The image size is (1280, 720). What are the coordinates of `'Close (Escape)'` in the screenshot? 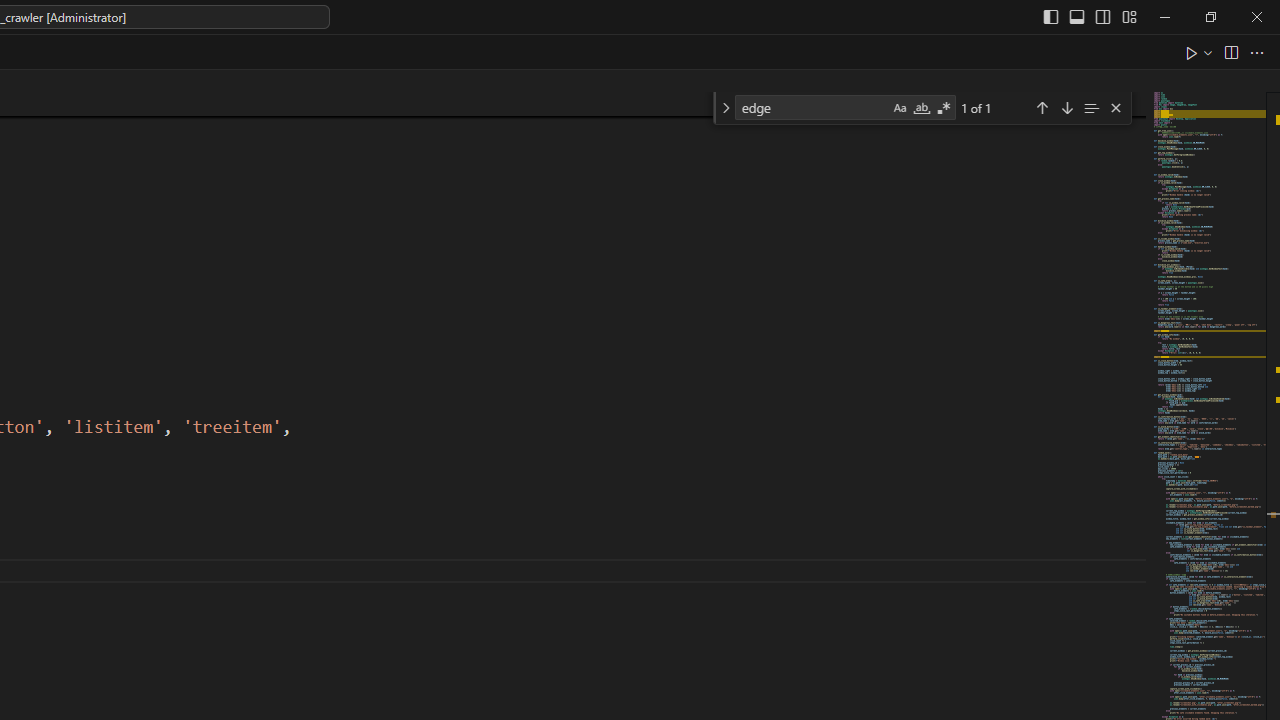 It's located at (1114, 108).